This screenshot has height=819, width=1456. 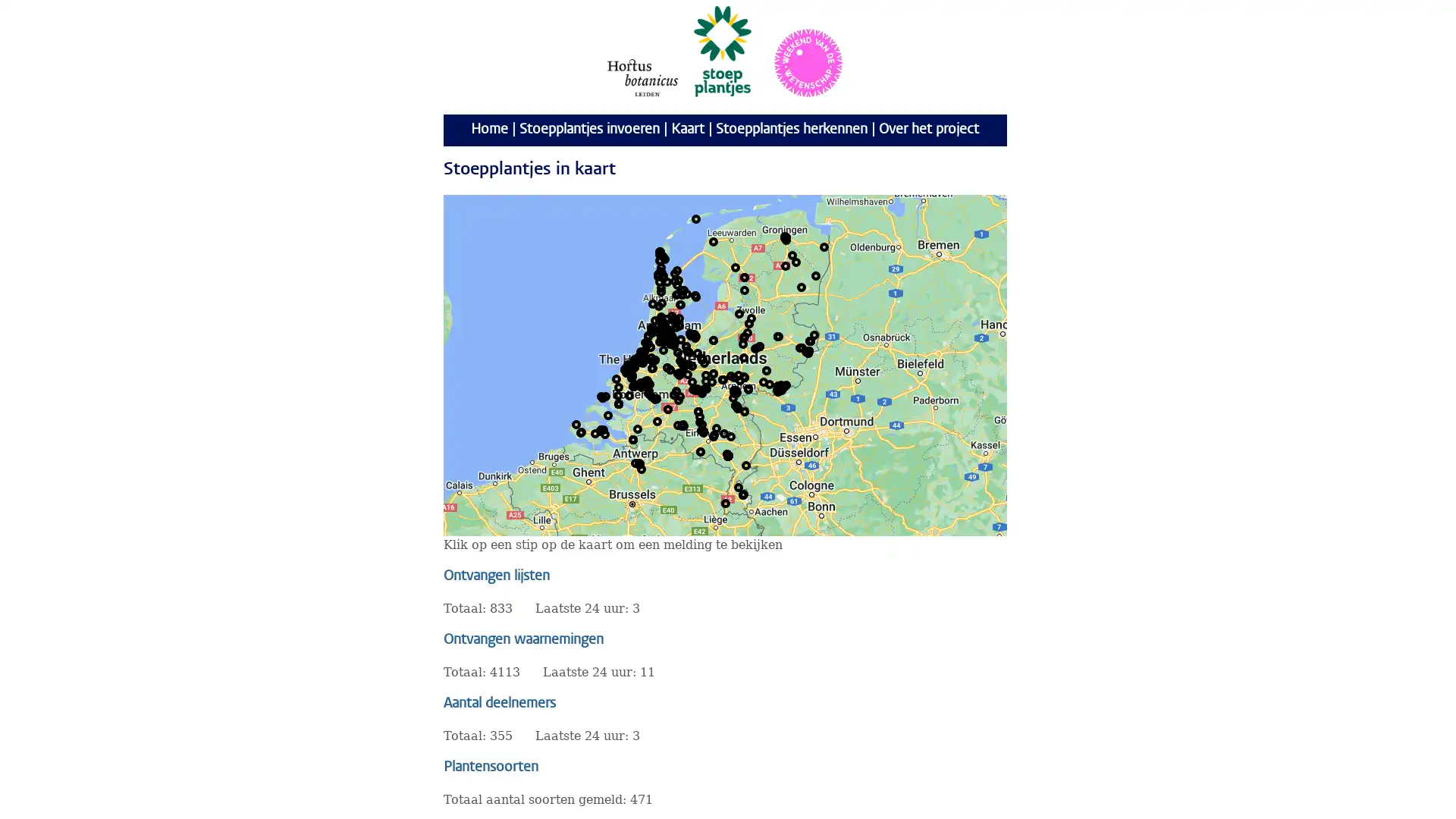 What do you see at coordinates (669, 333) in the screenshot?
I see `Telling van Anne op 14 april 2022` at bounding box center [669, 333].